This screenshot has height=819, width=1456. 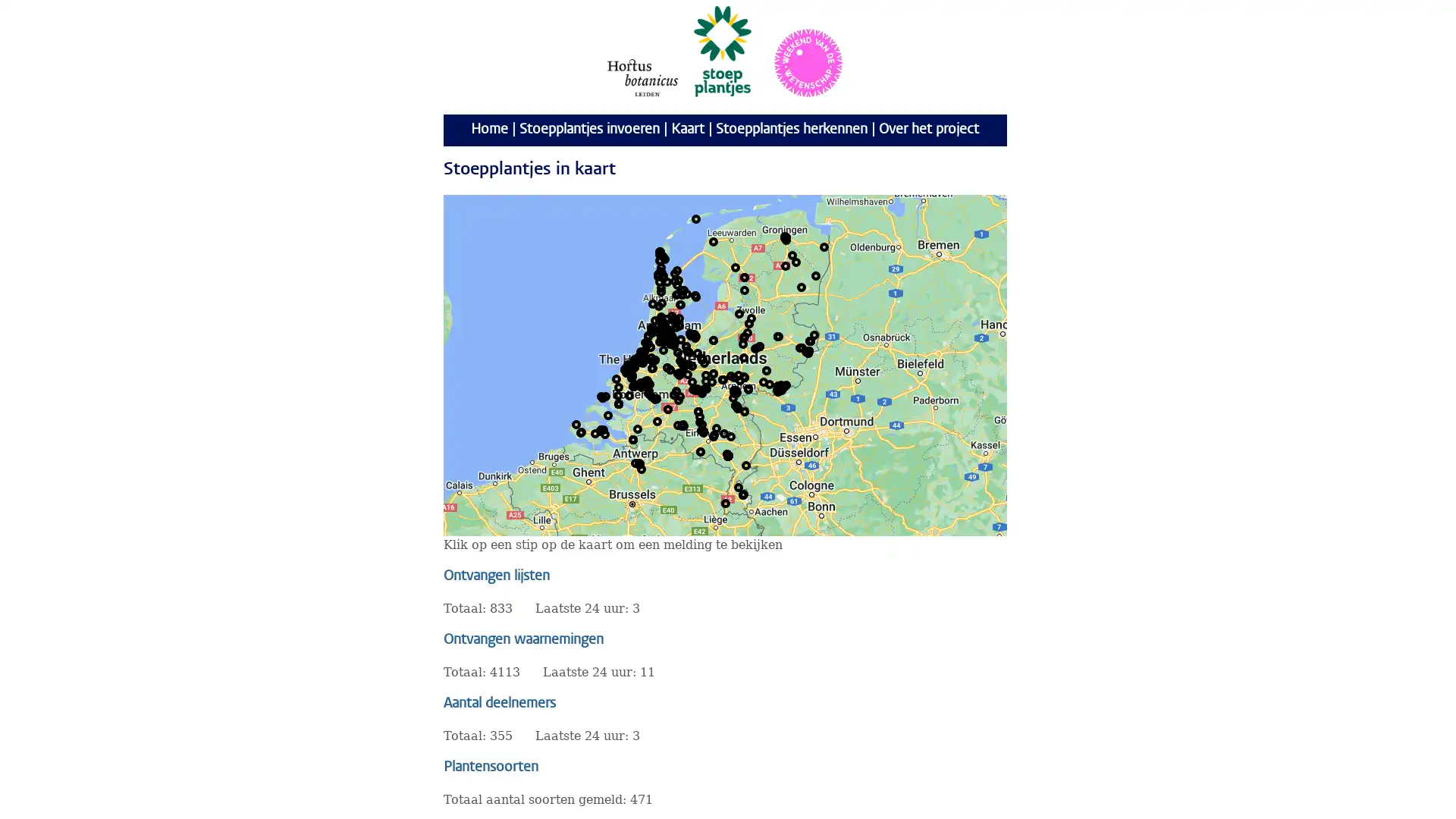 What do you see at coordinates (669, 333) in the screenshot?
I see `Telling van Anne op 14 april 2022` at bounding box center [669, 333].